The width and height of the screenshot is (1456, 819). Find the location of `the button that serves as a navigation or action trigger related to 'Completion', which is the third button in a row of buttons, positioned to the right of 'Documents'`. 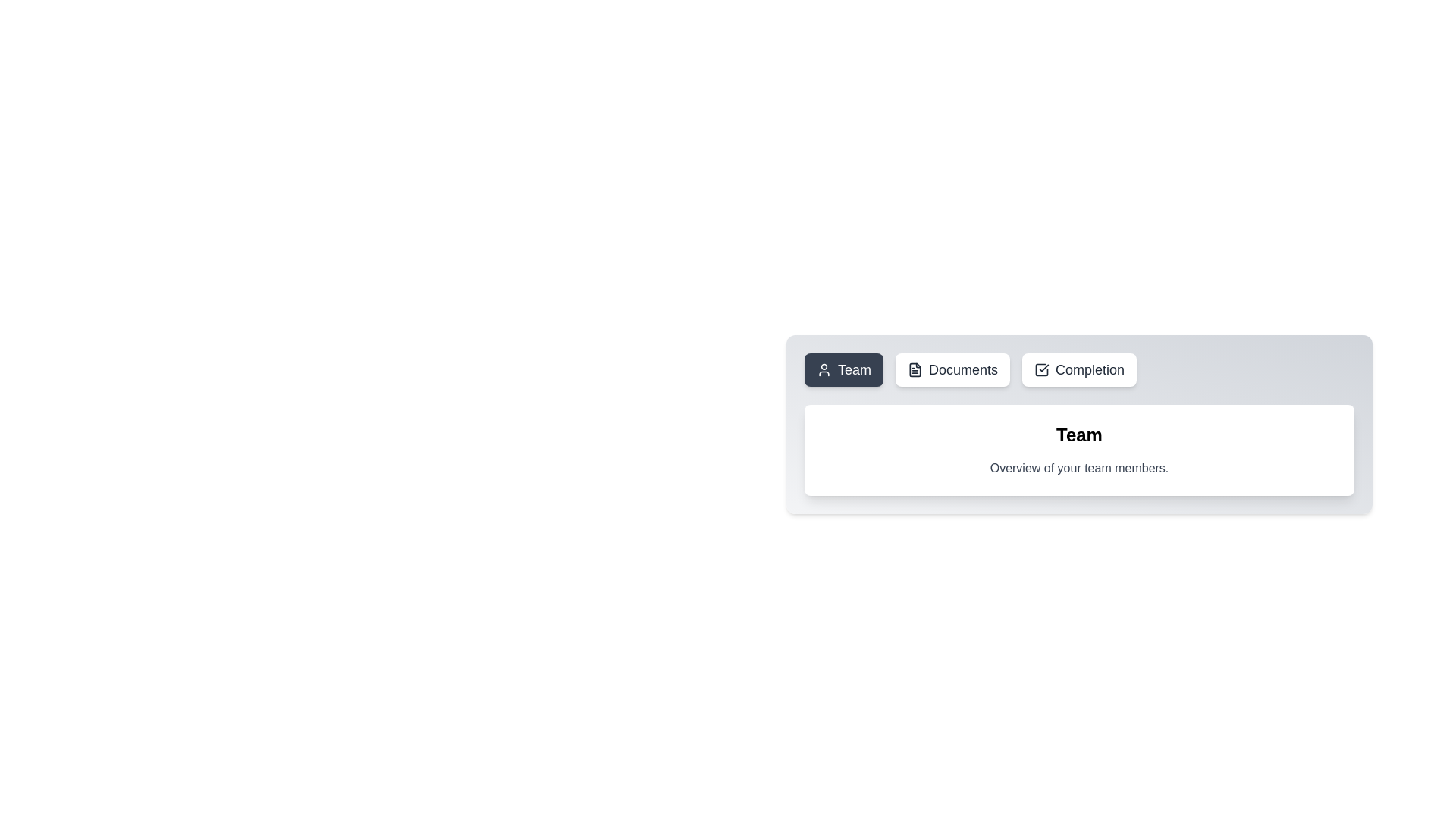

the button that serves as a navigation or action trigger related to 'Completion', which is the third button in a row of buttons, positioned to the right of 'Documents' is located at coordinates (1078, 370).